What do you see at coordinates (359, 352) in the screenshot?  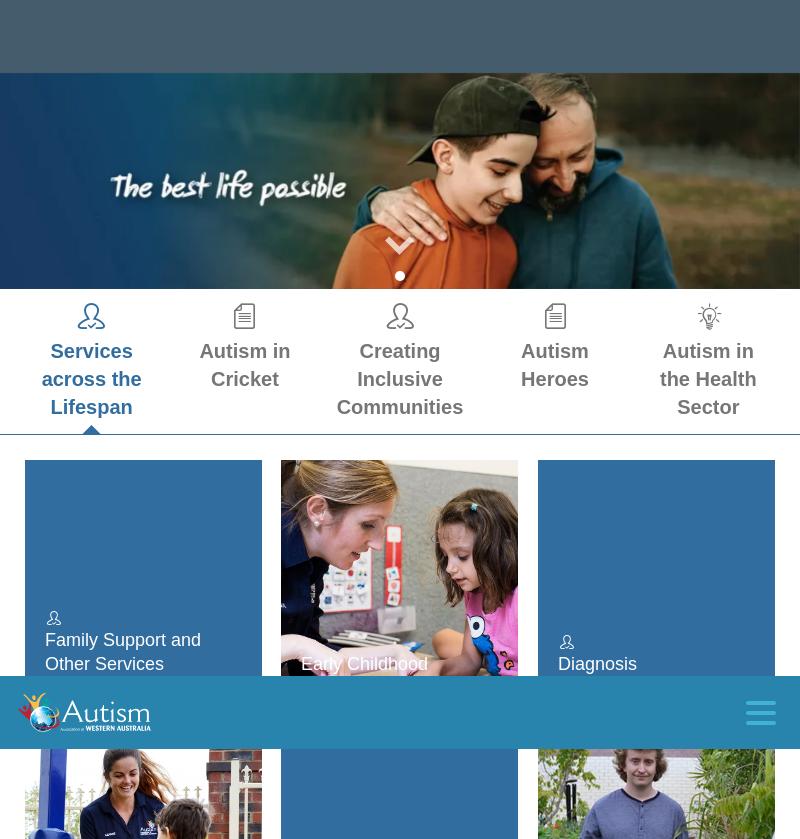 I see `'Make a difference today'` at bounding box center [359, 352].